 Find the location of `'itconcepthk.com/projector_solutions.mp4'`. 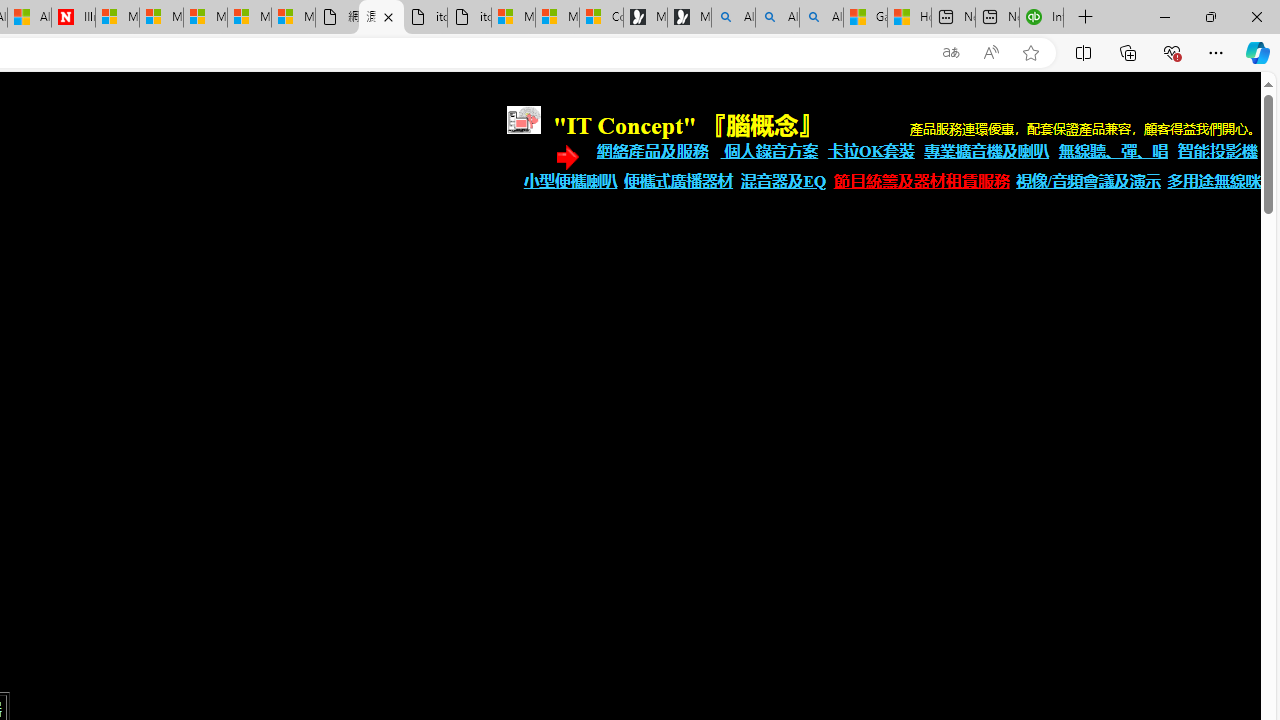

'itconcepthk.com/projector_solutions.mp4' is located at coordinates (468, 17).